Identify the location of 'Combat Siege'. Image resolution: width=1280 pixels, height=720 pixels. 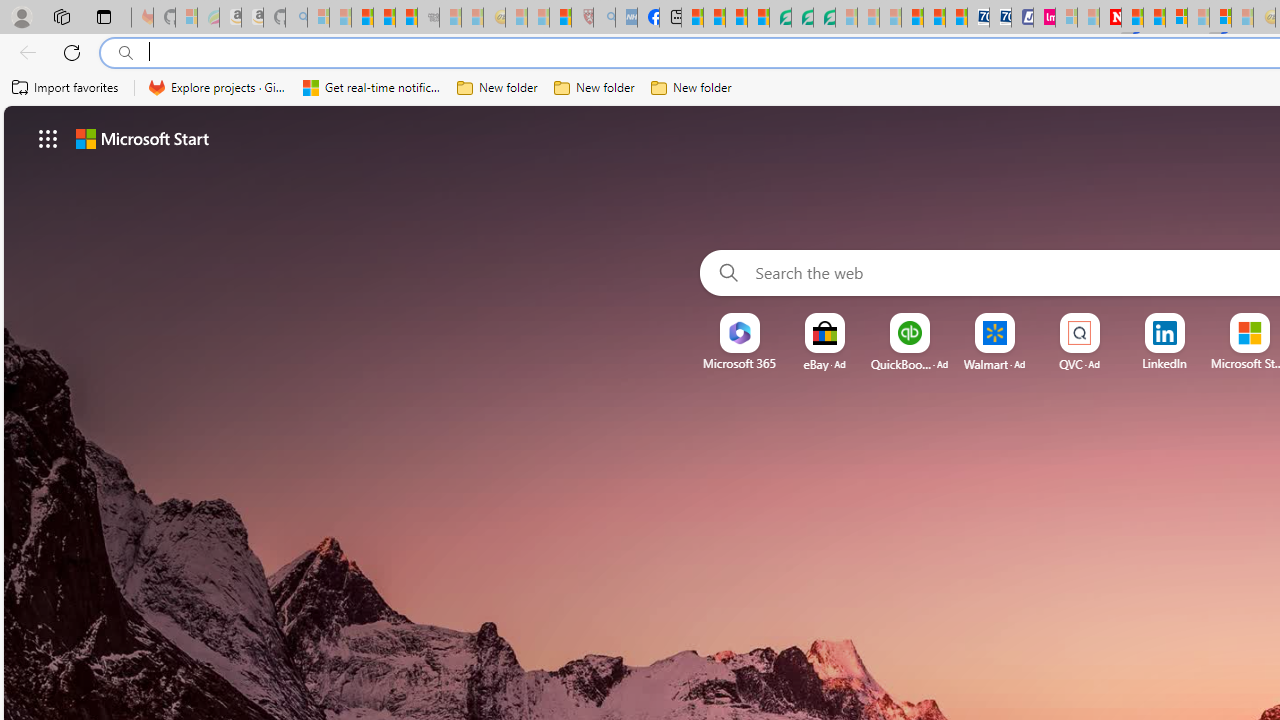
(427, 17).